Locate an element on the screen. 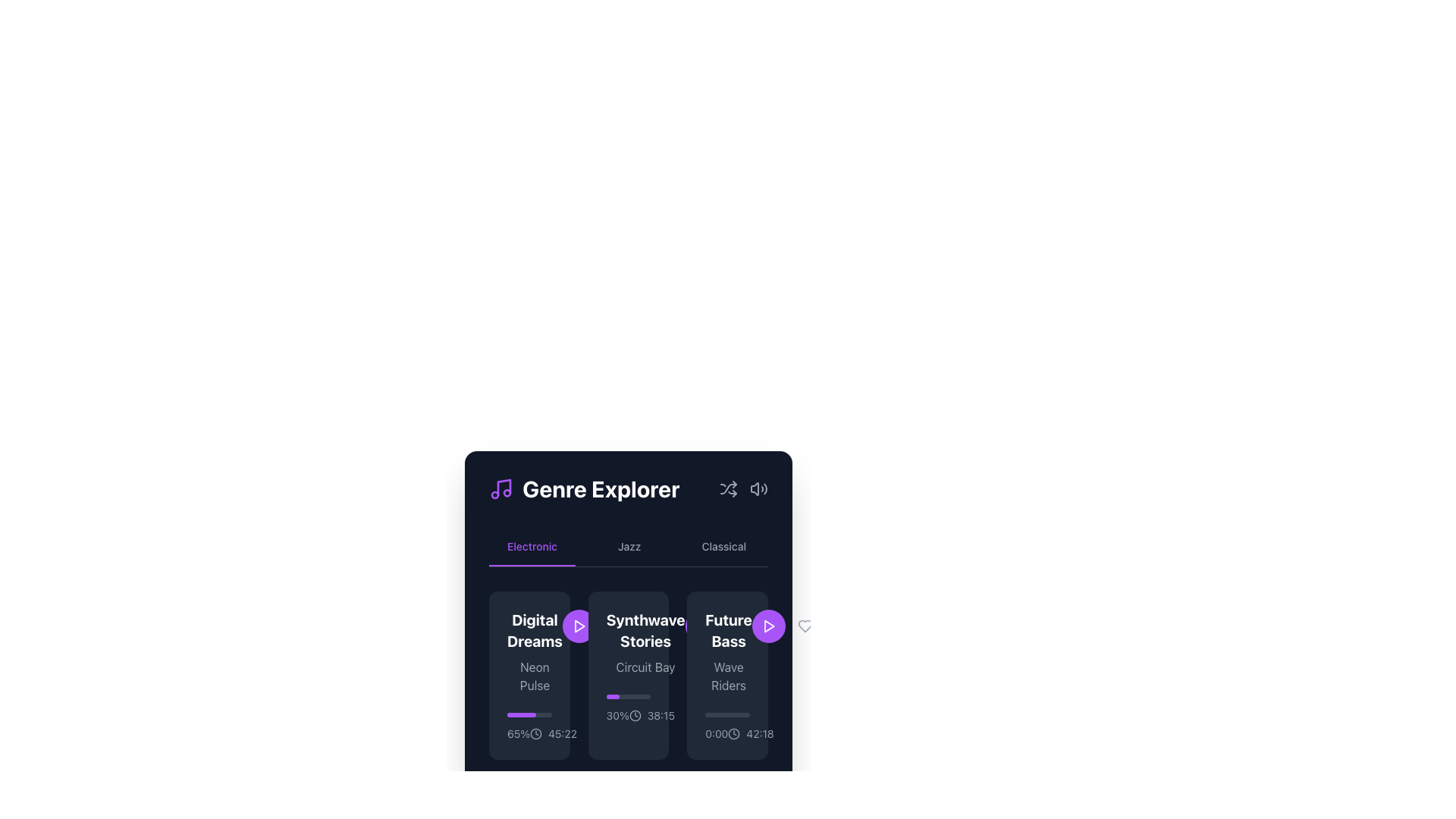  text displayed in the Text display element, which shows 'Future Bass' in bold white font and 'Wave Riders' in smaller gray font, located in the third column of the card layout within the 'Electronic' genre section is located at coordinates (726, 651).